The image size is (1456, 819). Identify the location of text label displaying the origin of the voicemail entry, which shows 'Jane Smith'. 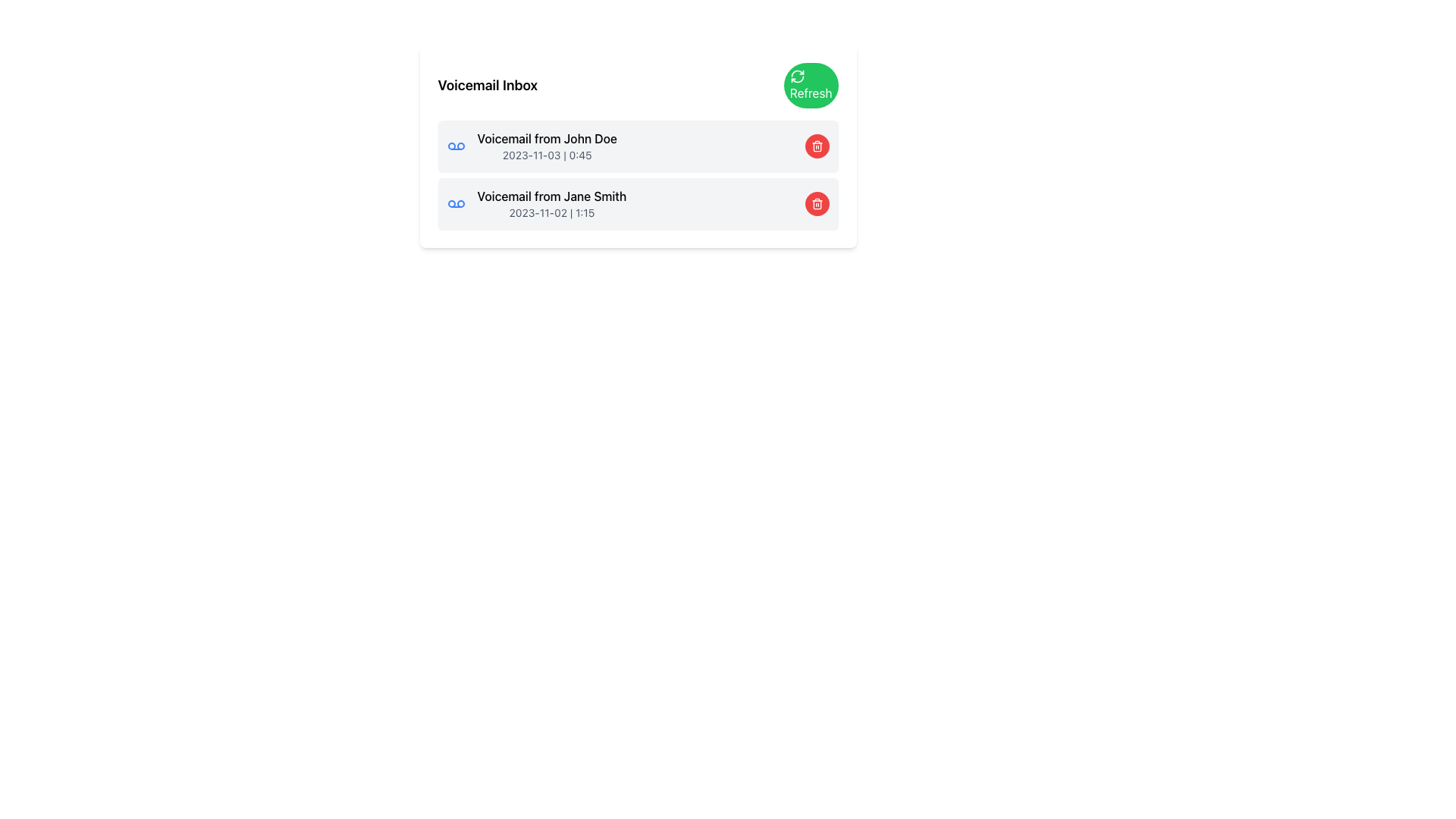
(551, 195).